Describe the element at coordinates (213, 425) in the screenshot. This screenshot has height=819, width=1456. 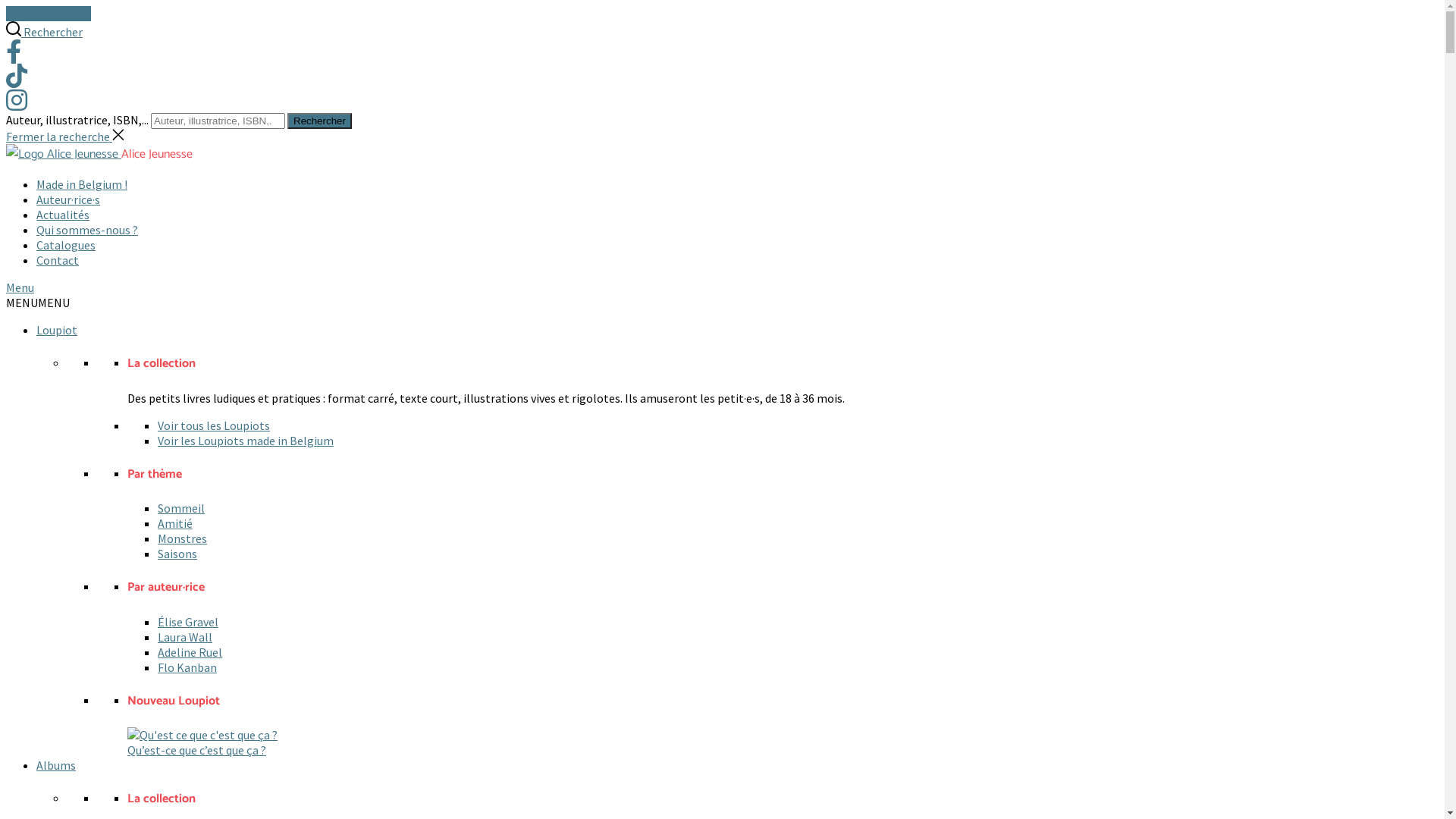
I see `'Voir tous les Loupiots'` at that location.